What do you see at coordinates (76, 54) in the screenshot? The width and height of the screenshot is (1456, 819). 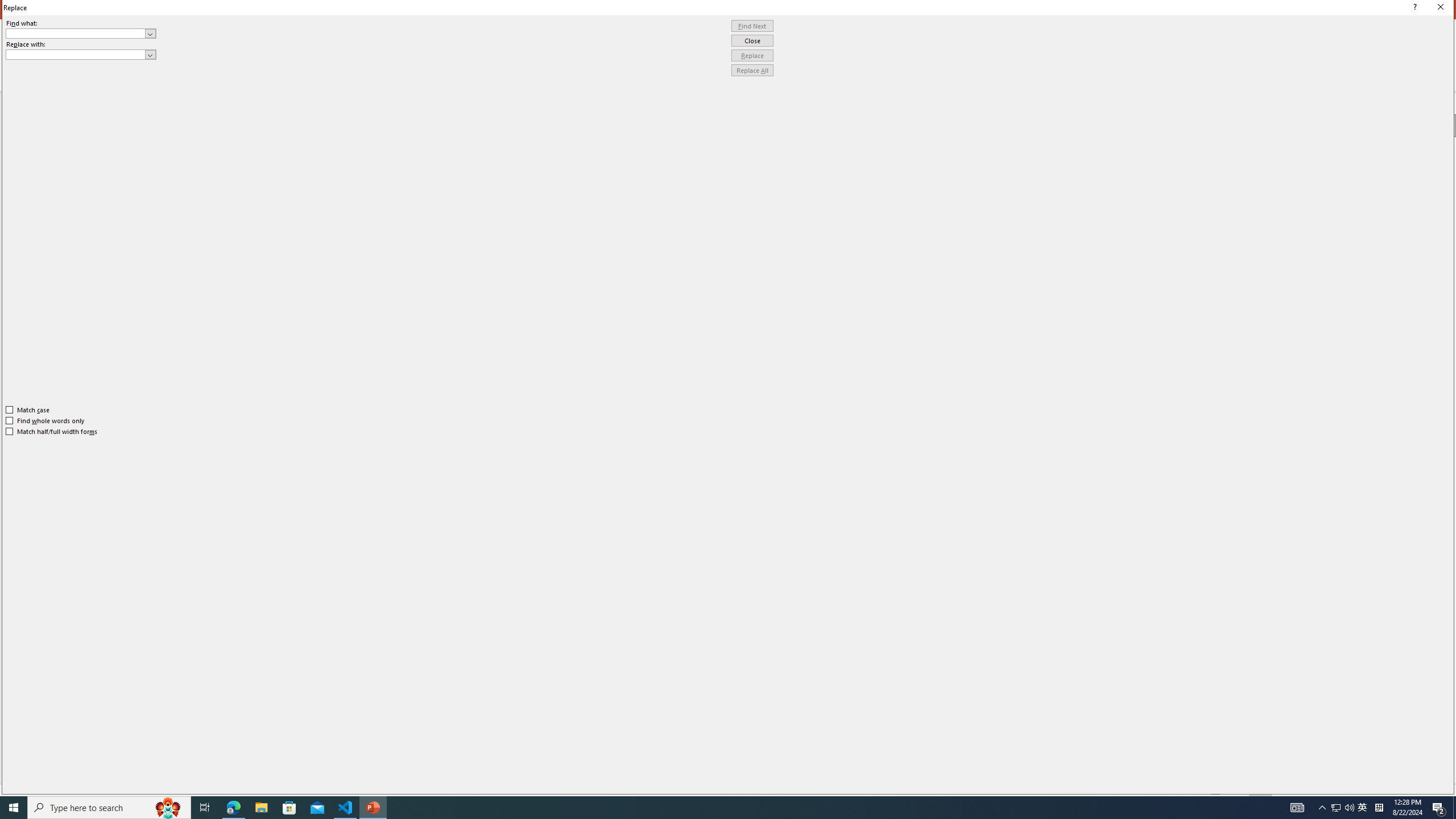 I see `'Replace with'` at bounding box center [76, 54].